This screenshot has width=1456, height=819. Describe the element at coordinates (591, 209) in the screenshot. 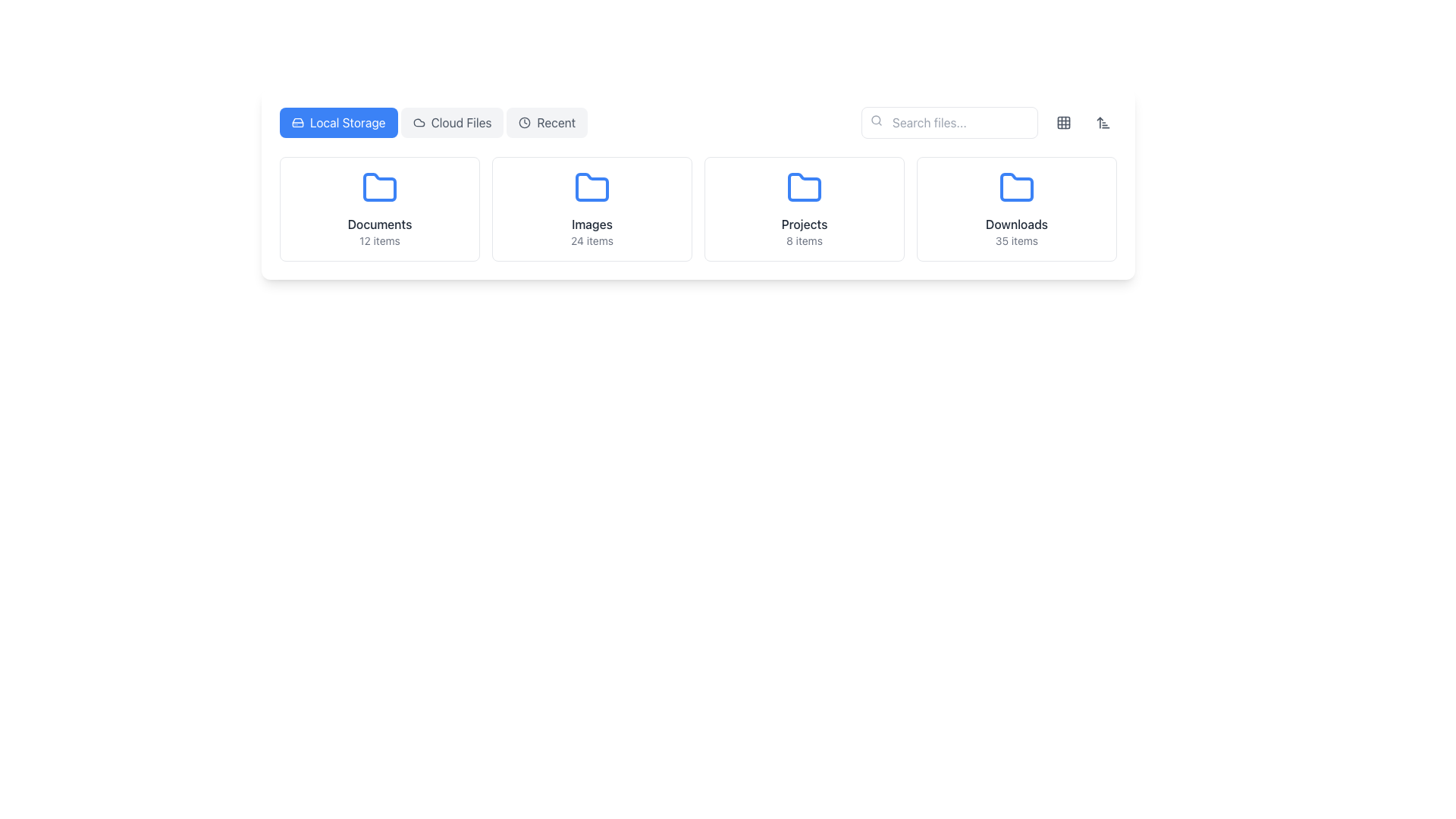

I see `the 'Images' folder card, which features a blue folder icon and the text 'Images' in bold` at that location.